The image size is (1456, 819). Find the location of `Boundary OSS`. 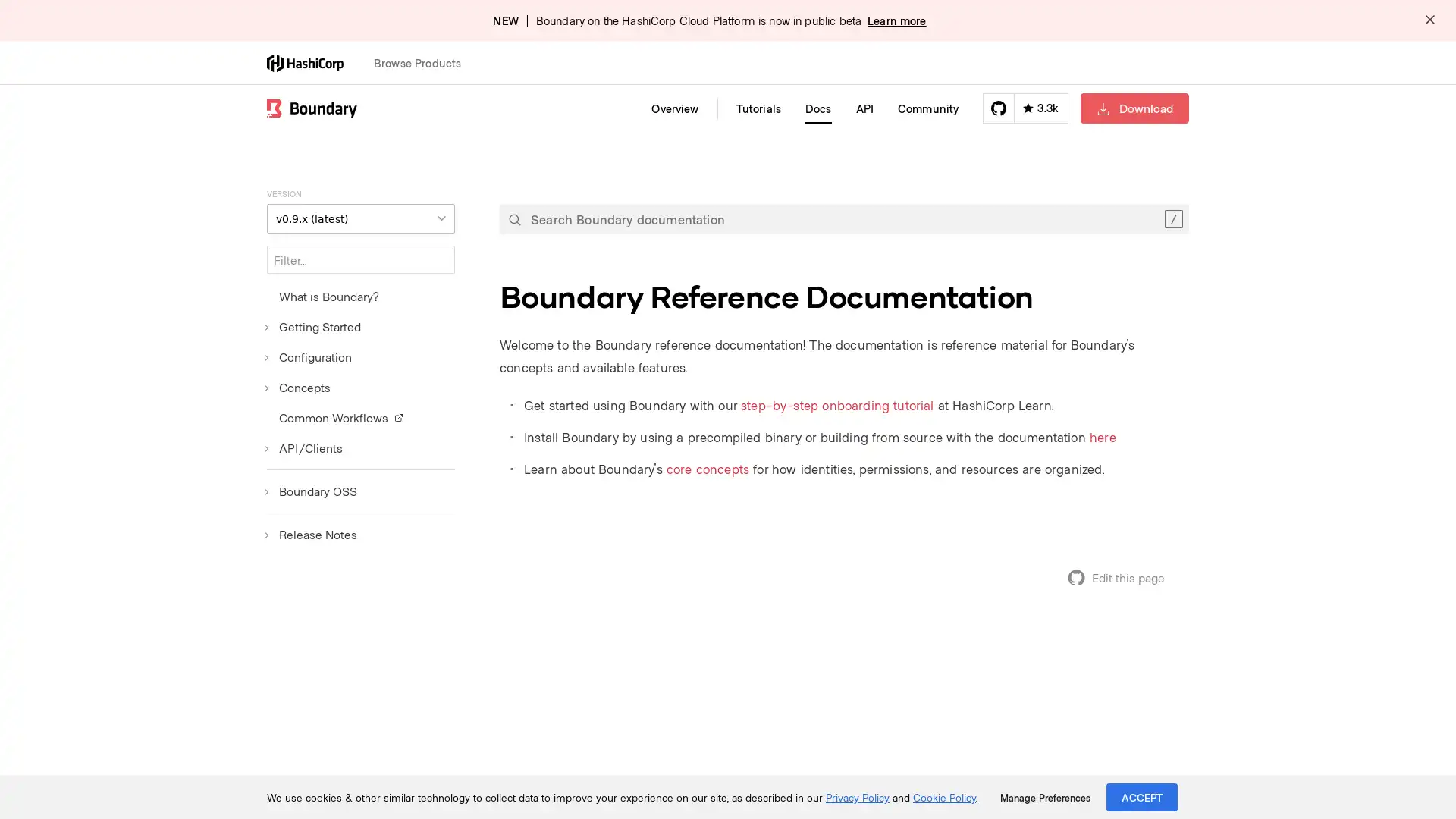

Boundary OSS is located at coordinates (311, 491).